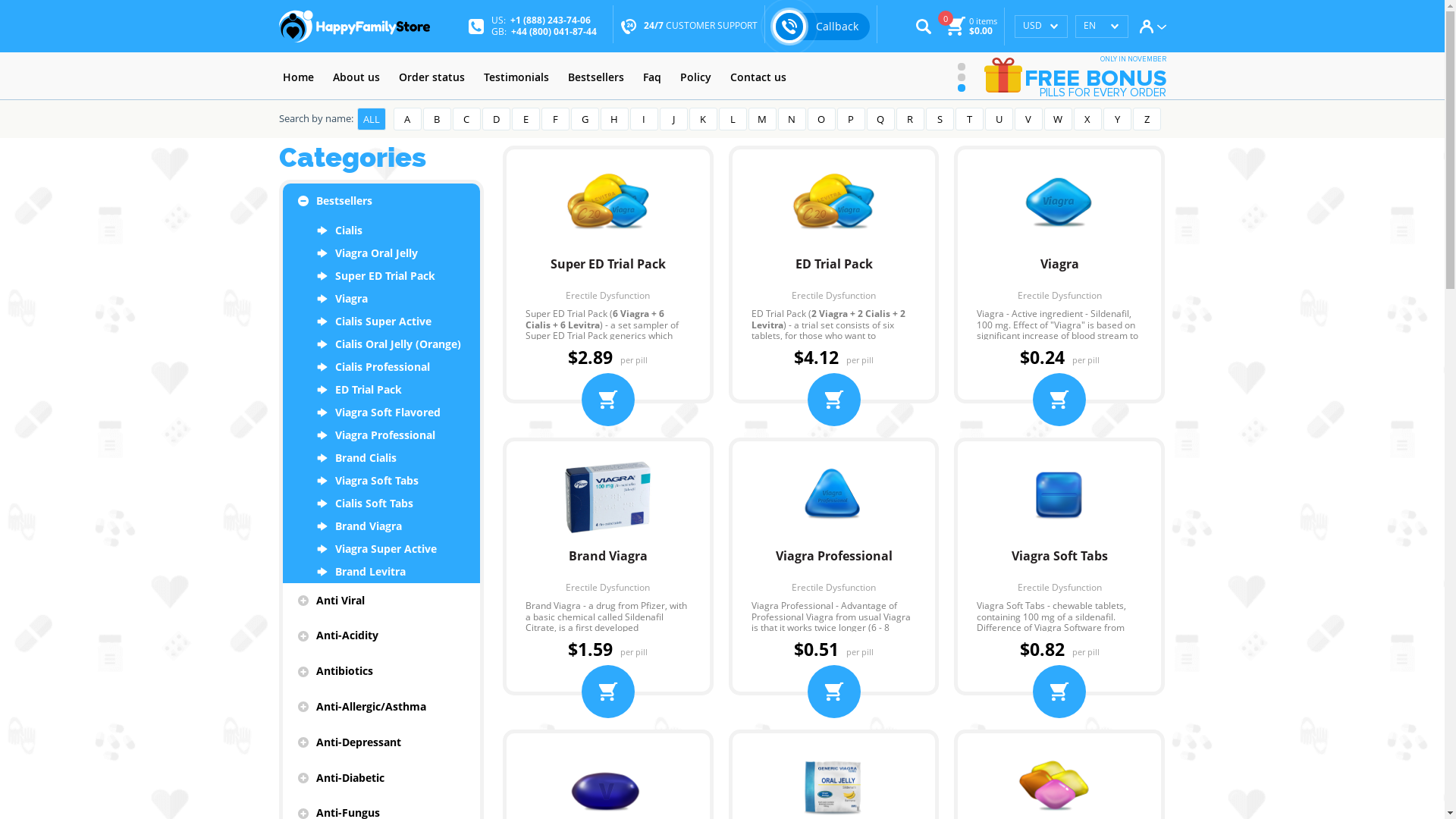  I want to click on 'Erectile Dysfunction', so click(607, 295).